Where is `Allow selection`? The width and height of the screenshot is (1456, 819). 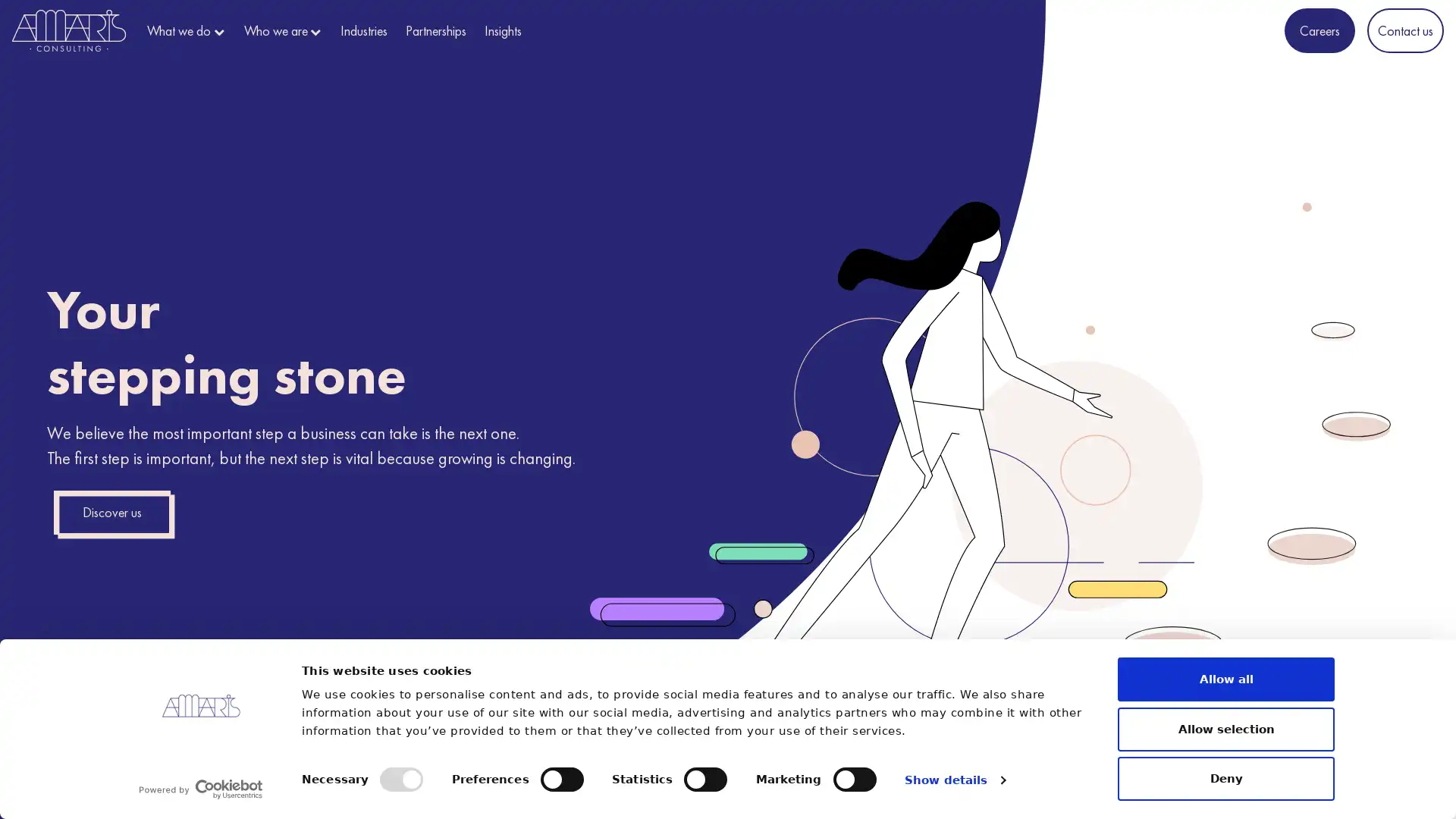
Allow selection is located at coordinates (1226, 727).